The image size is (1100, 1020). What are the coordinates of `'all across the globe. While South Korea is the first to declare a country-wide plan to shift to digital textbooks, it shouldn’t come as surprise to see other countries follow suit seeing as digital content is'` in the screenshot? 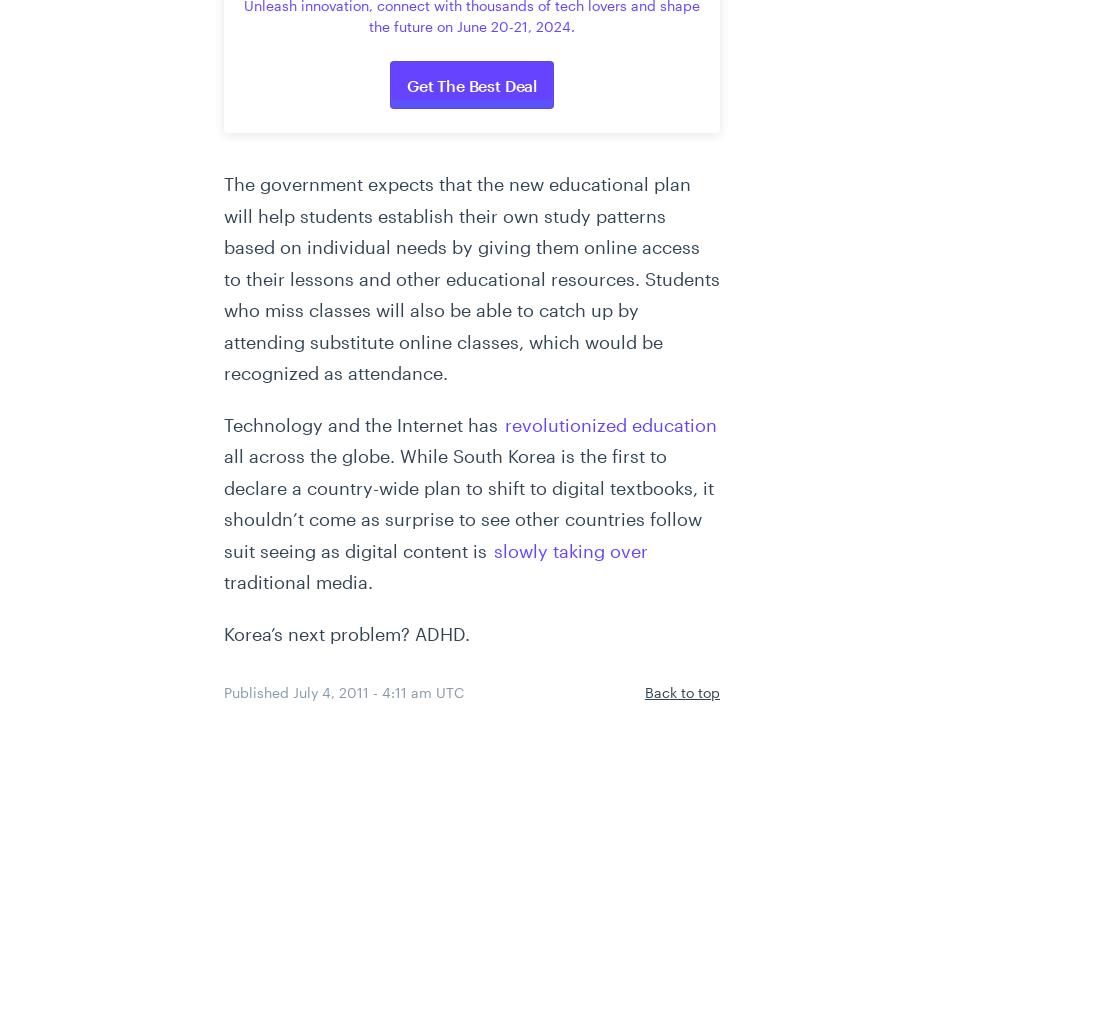 It's located at (223, 502).